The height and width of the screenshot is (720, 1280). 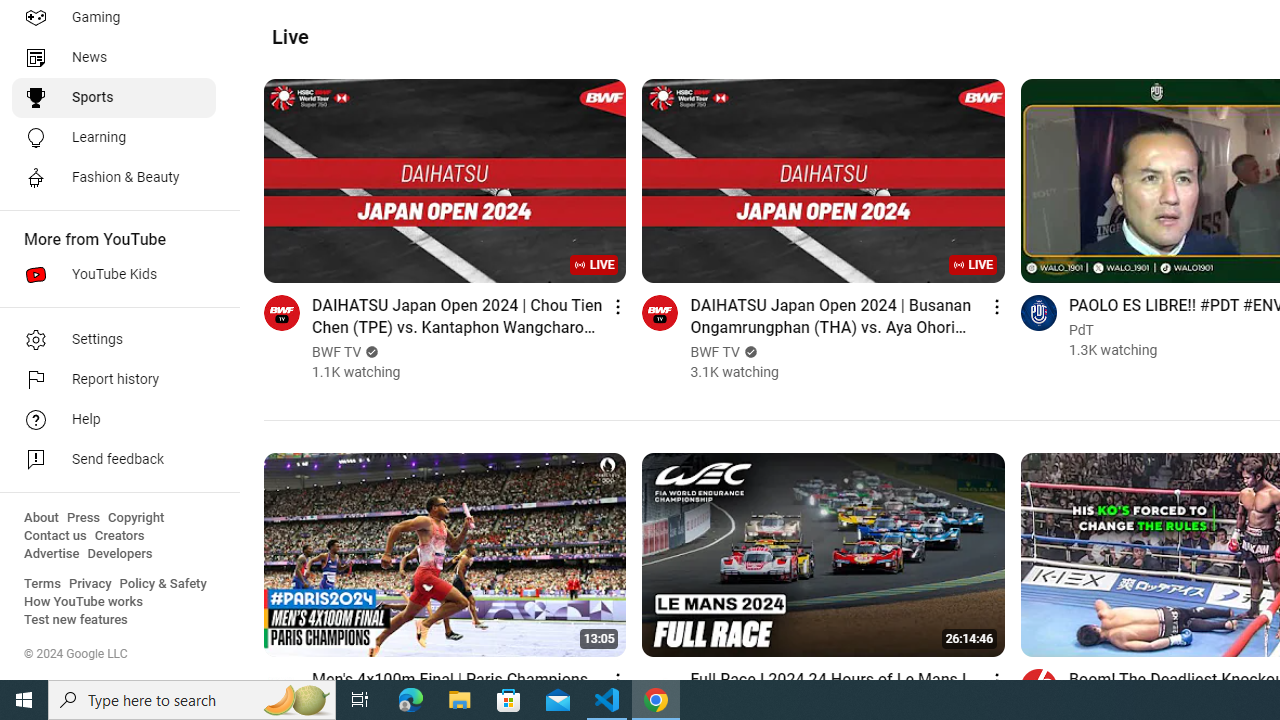 What do you see at coordinates (76, 619) in the screenshot?
I see `'Test new features'` at bounding box center [76, 619].